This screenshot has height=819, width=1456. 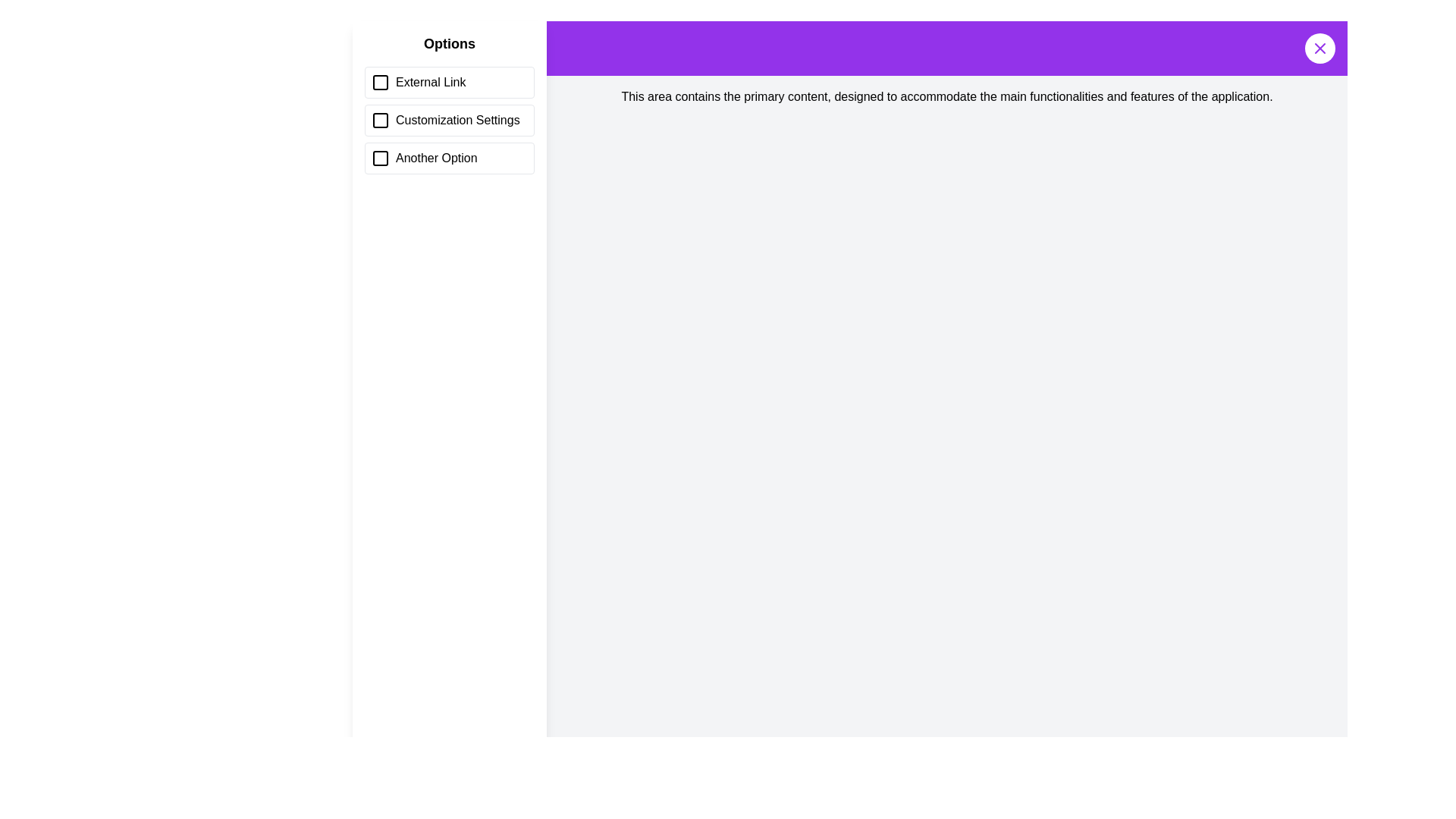 What do you see at coordinates (449, 103) in the screenshot?
I see `the 'Customization Settings' option in the sidebar menu` at bounding box center [449, 103].